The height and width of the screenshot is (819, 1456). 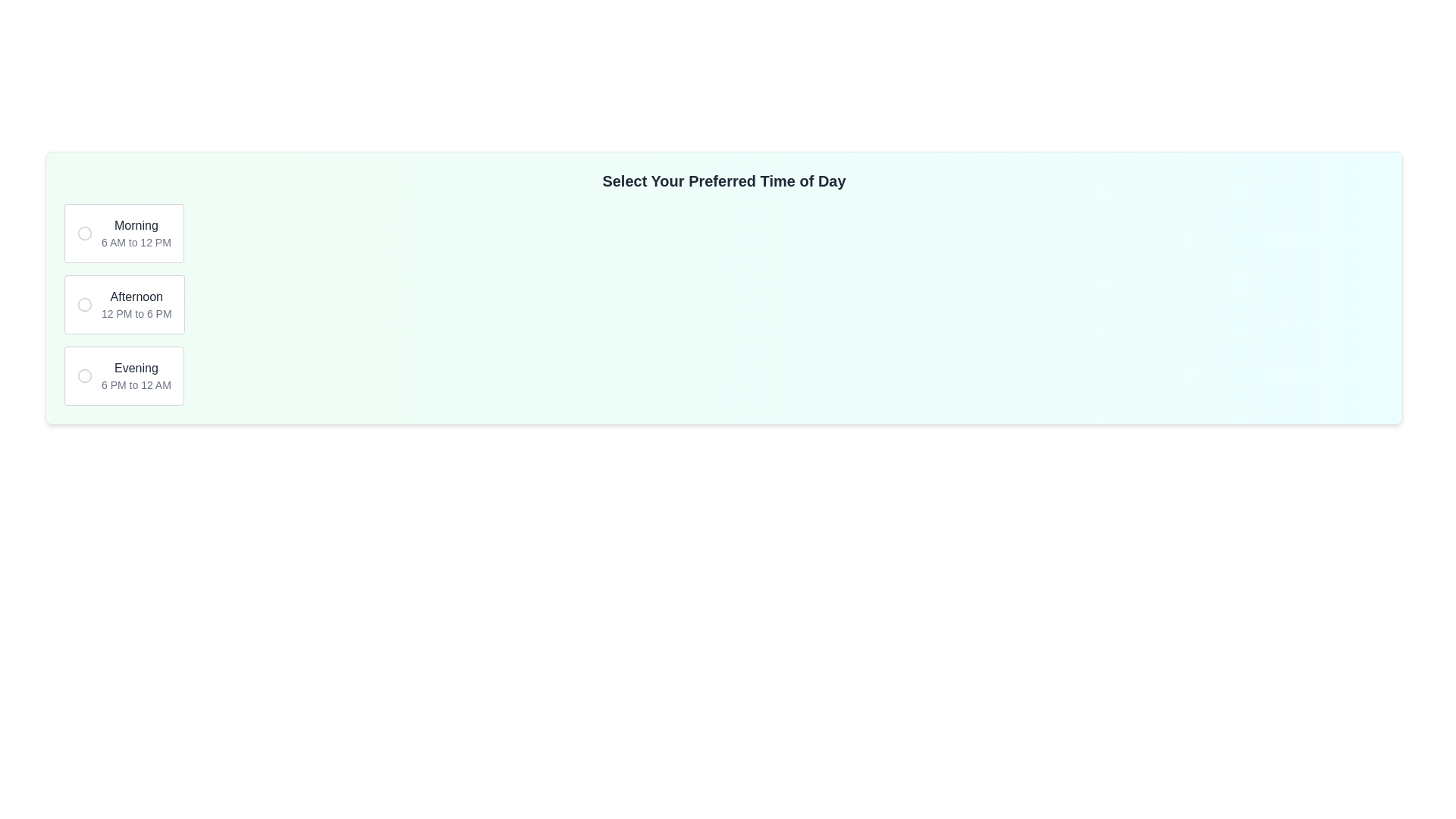 What do you see at coordinates (83, 234) in the screenshot?
I see `the unselected radio button for the 'Morning' option located at the top left of the group of selectable options` at bounding box center [83, 234].